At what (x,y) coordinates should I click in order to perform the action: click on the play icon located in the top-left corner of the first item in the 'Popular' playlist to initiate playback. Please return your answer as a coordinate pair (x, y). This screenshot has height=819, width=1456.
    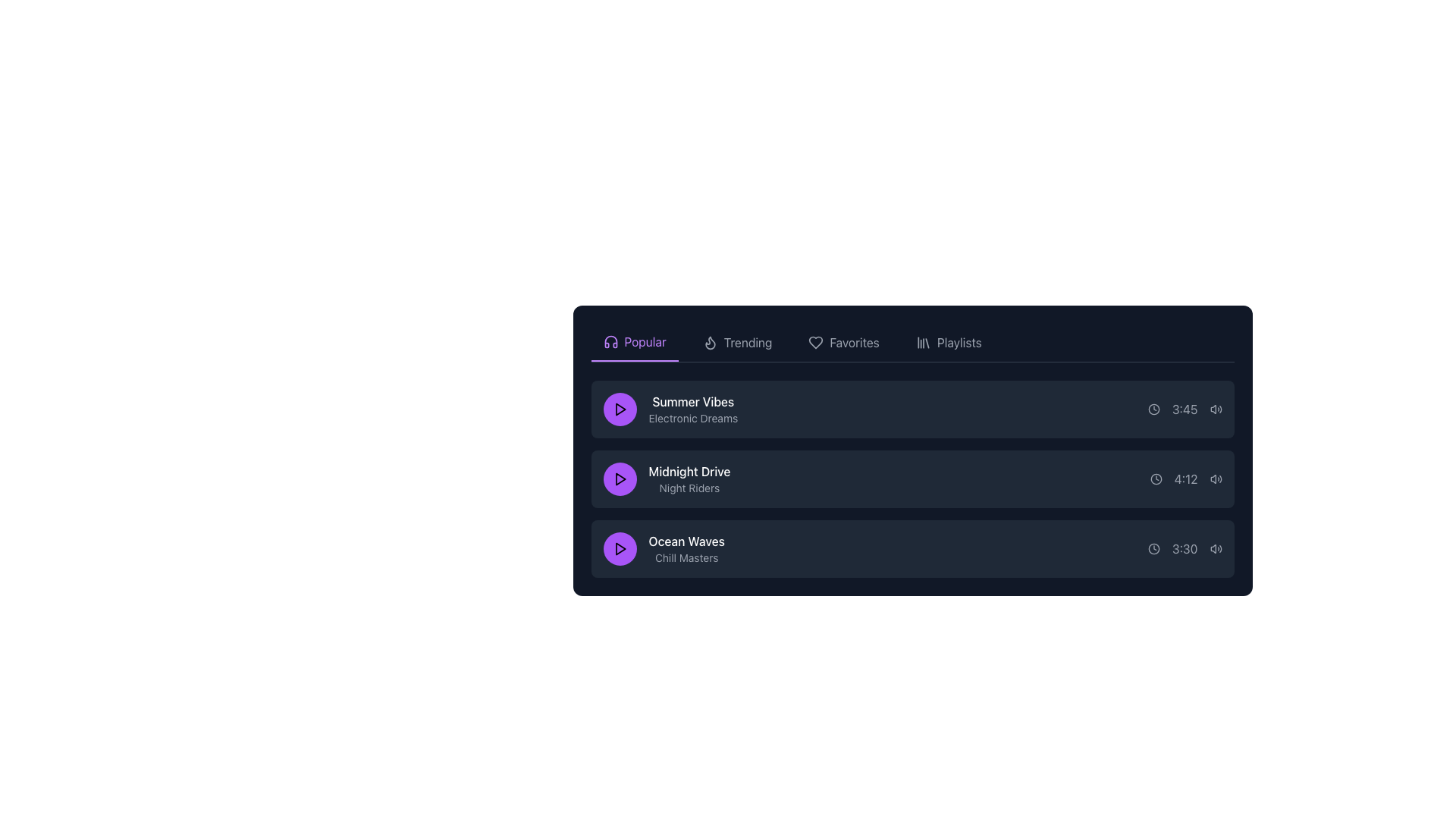
    Looking at the image, I should click on (620, 409).